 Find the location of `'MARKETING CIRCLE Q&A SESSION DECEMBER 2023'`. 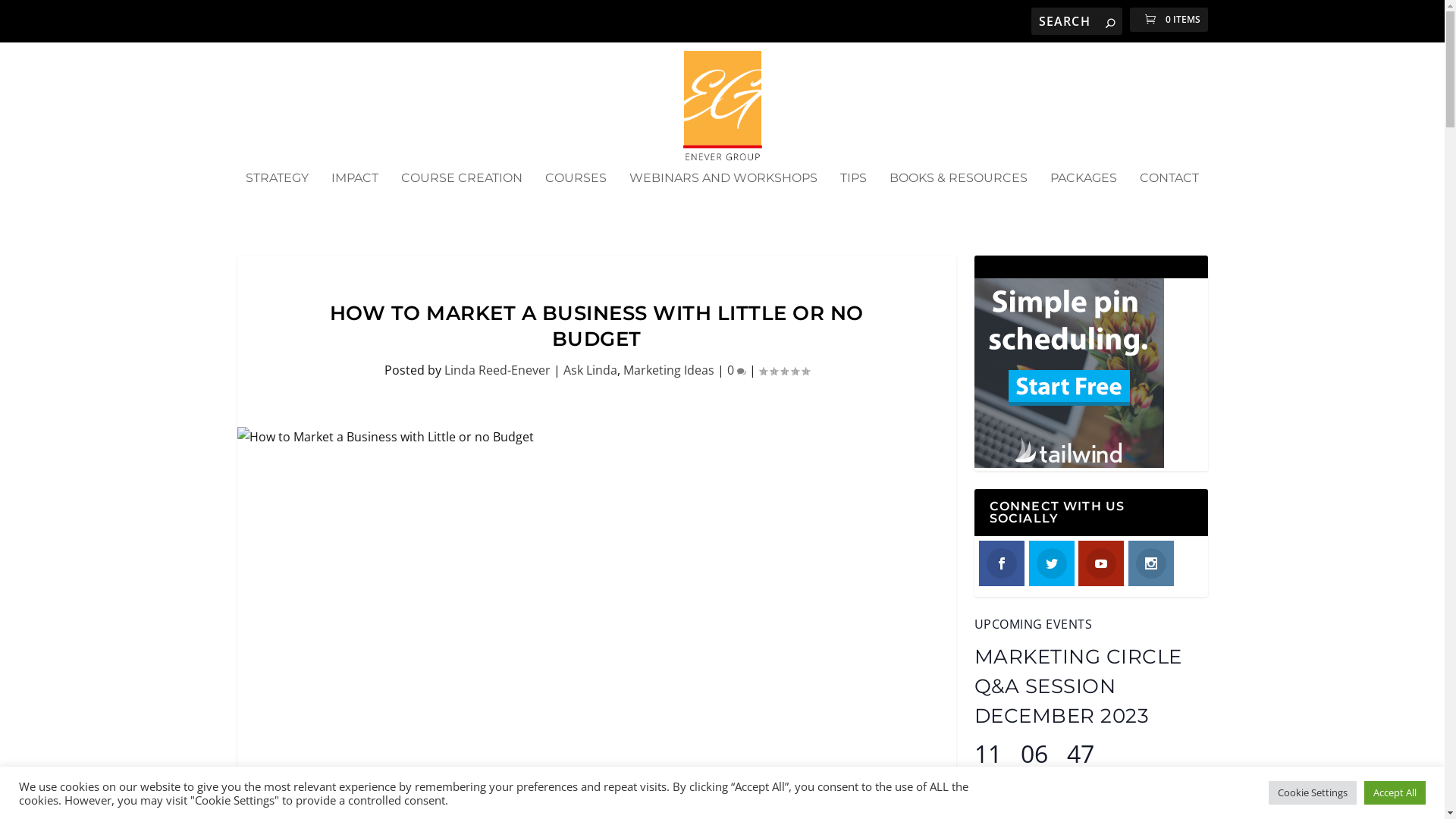

'MARKETING CIRCLE Q&A SESSION DECEMBER 2023' is located at coordinates (1076, 686).